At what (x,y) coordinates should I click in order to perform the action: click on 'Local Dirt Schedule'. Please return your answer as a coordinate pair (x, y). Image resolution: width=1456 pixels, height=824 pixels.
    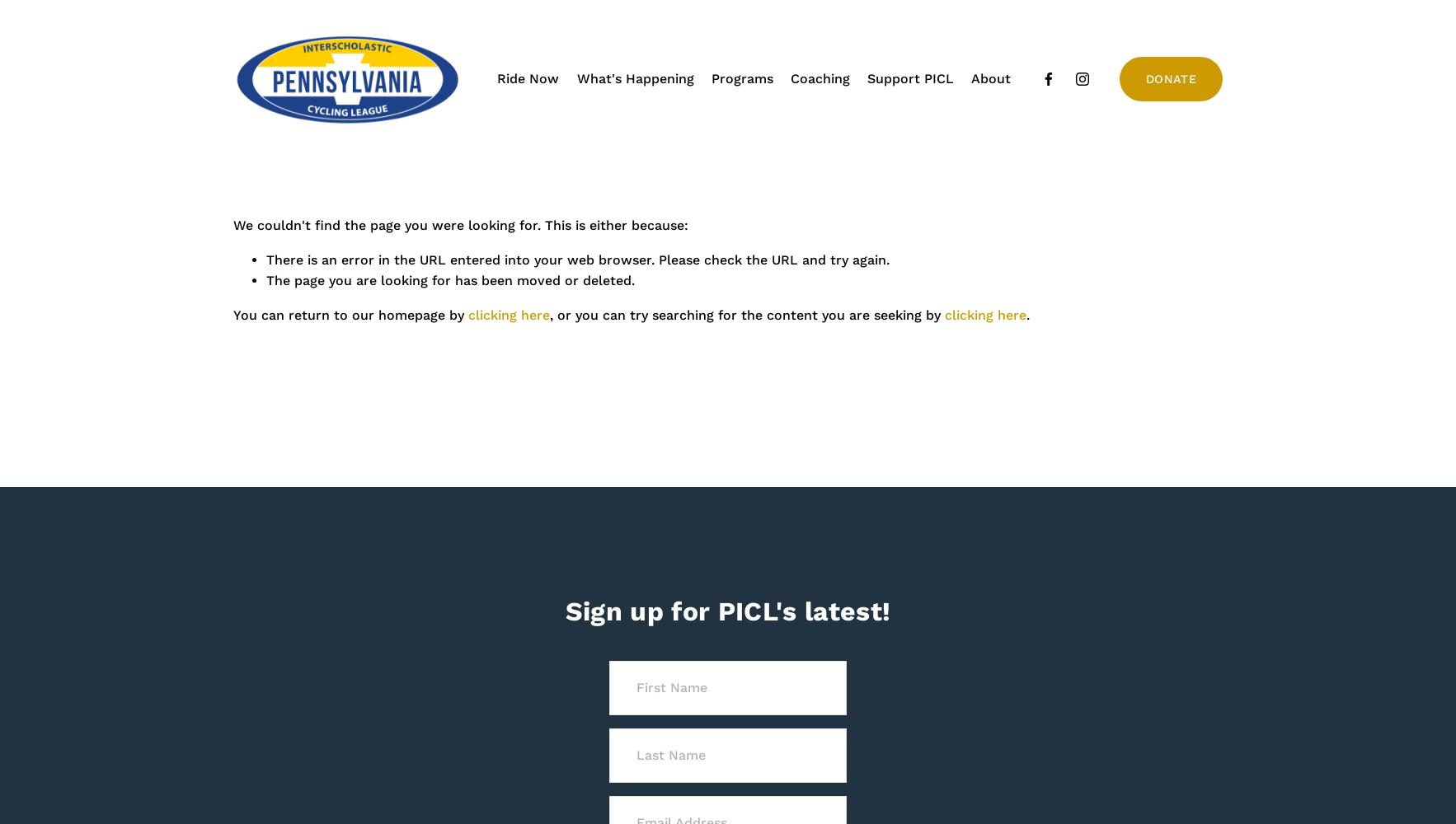
    Looking at the image, I should click on (629, 126).